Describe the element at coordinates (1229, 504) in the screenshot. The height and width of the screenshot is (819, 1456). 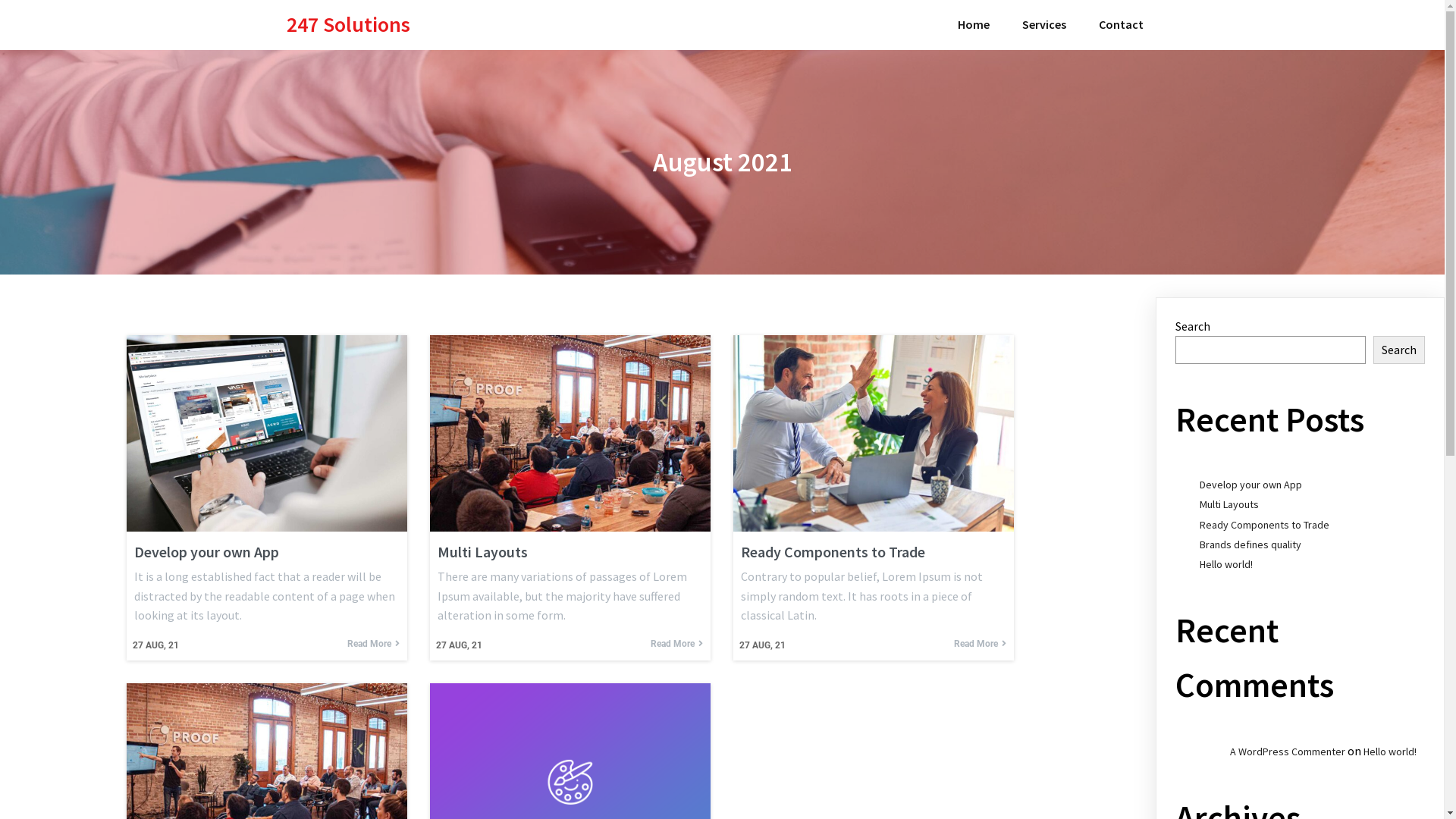
I see `'Multi Layouts'` at that location.